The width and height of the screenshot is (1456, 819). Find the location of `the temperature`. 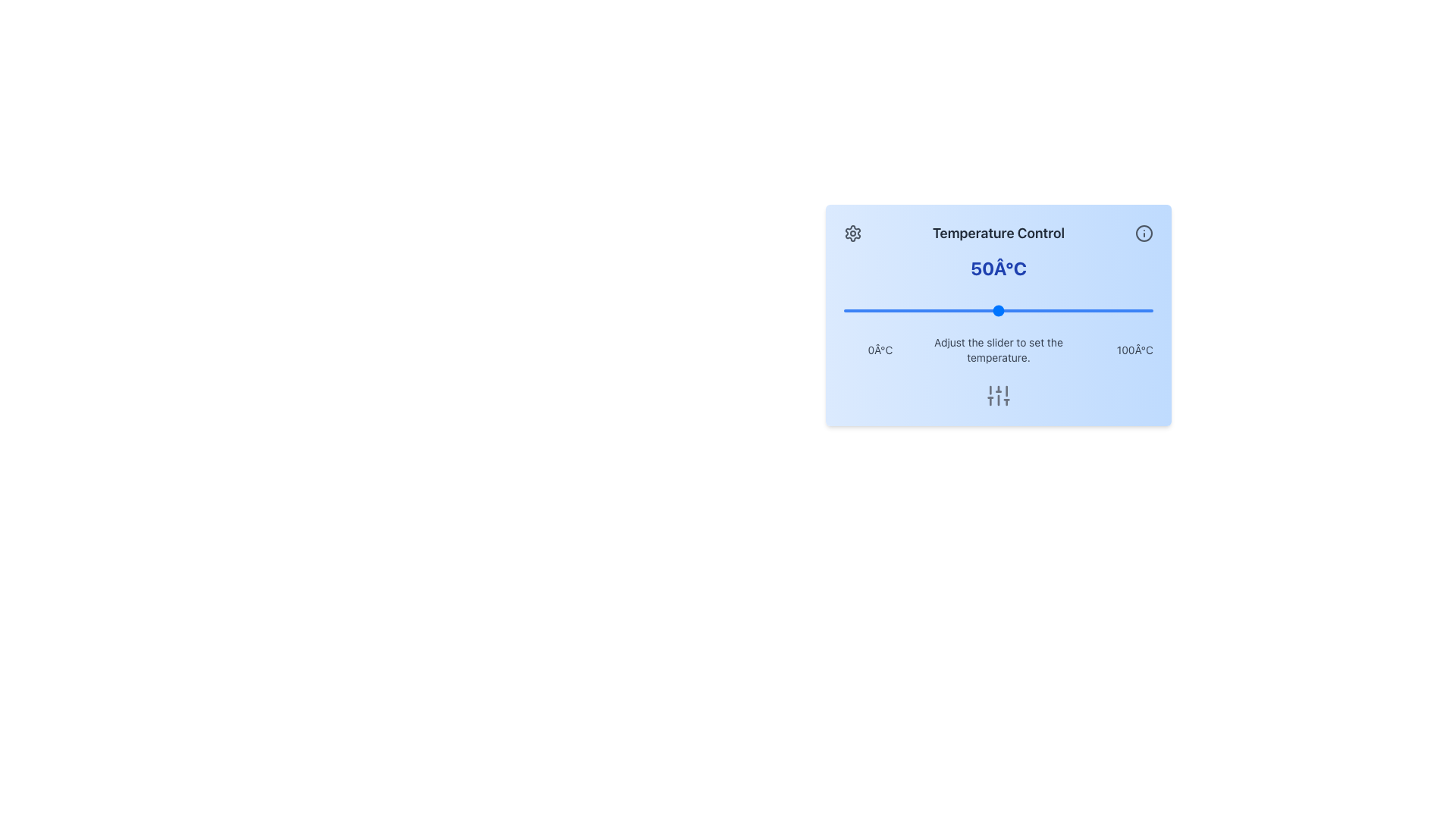

the temperature is located at coordinates (853, 309).